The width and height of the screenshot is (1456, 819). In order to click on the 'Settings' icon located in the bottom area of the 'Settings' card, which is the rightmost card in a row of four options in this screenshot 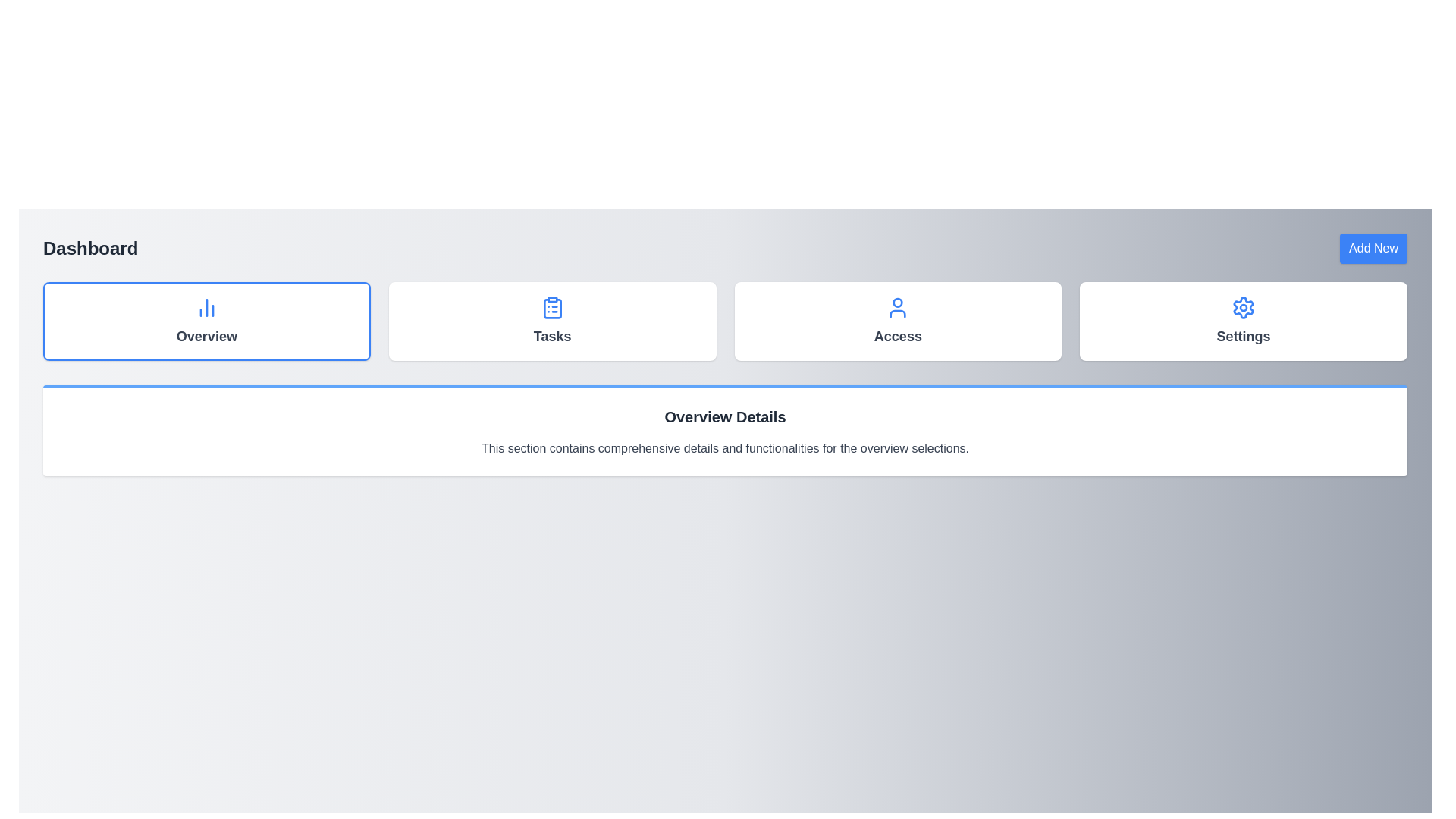, I will do `click(1244, 307)`.